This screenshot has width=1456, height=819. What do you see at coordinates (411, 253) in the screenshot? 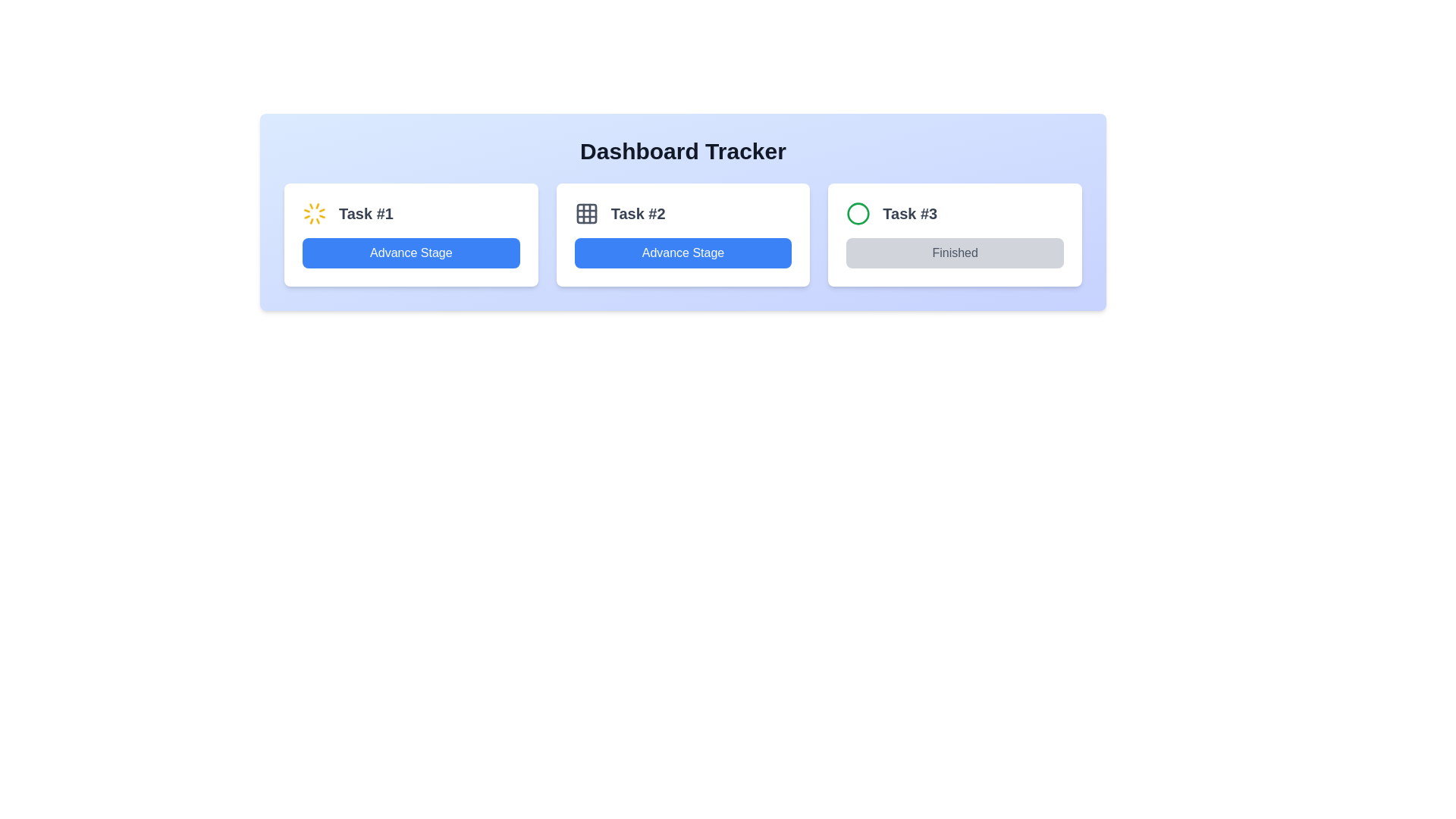
I see `the button located at the bottom of the card labeled 'Task #1' to change its shade` at bounding box center [411, 253].